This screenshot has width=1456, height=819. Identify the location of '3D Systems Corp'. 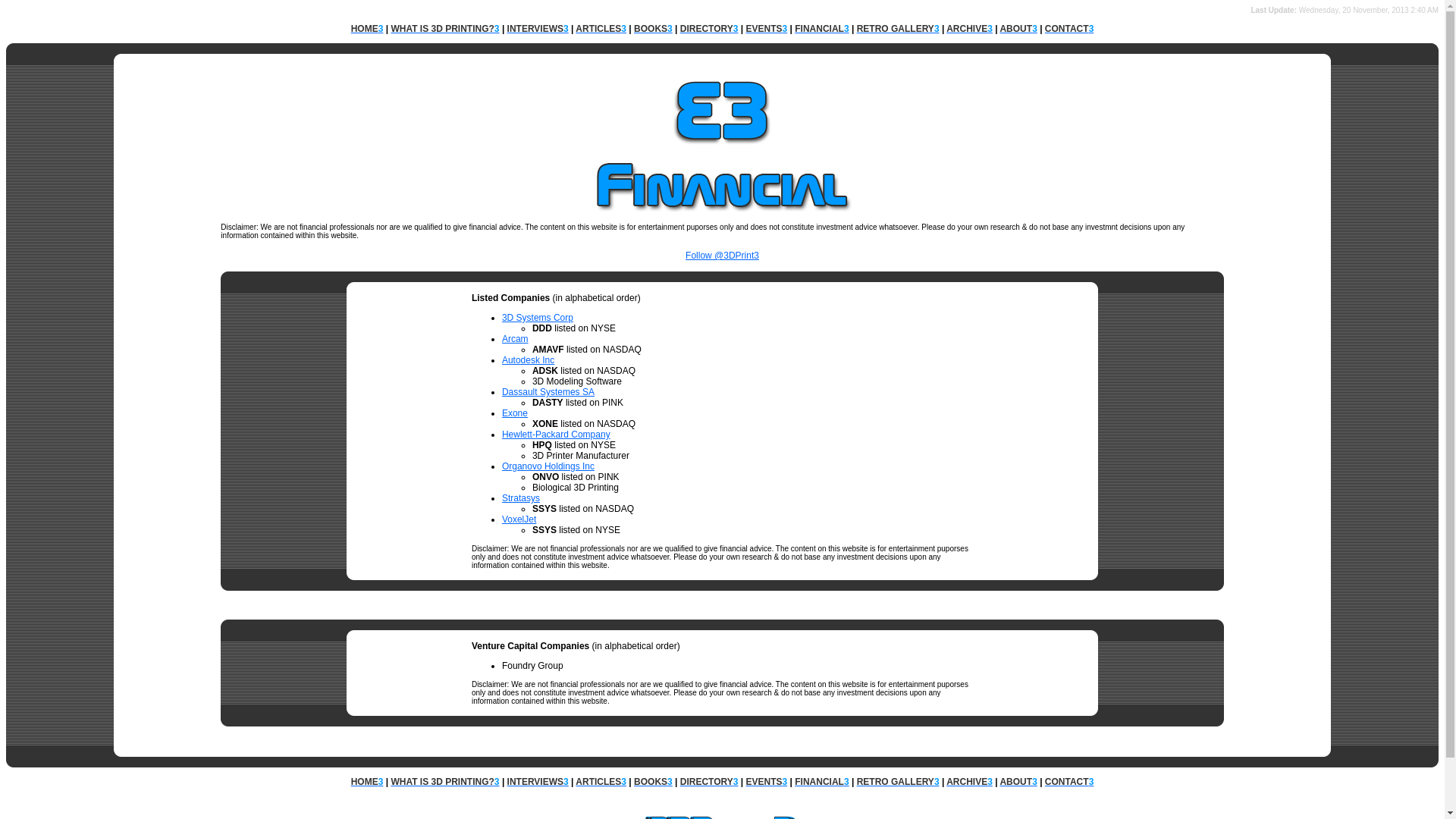
(538, 317).